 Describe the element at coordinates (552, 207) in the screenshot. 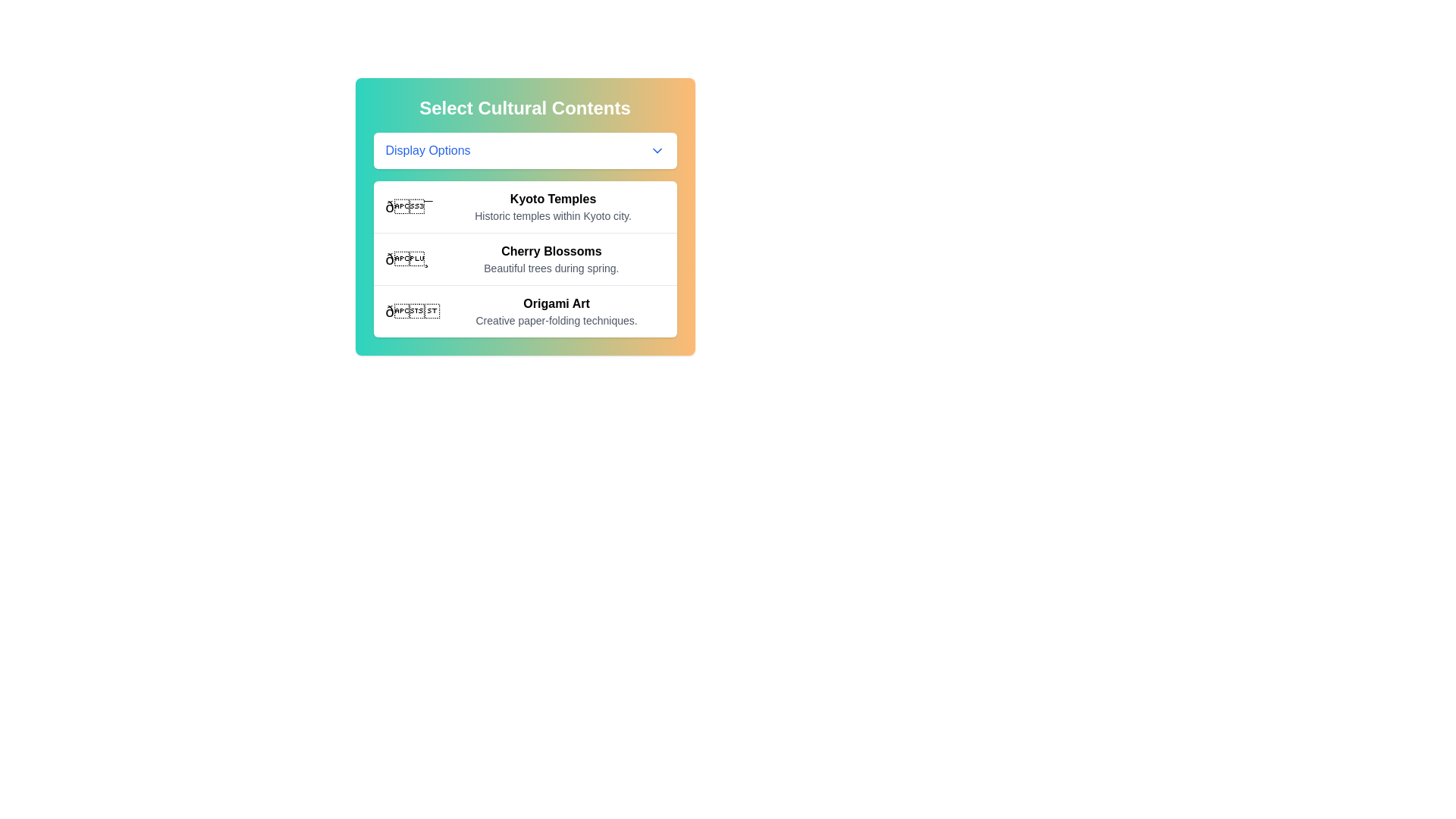

I see `the text block titled 'Kyoto Temples' which contains the description 'Historic temples within Kyoto city.'` at that location.